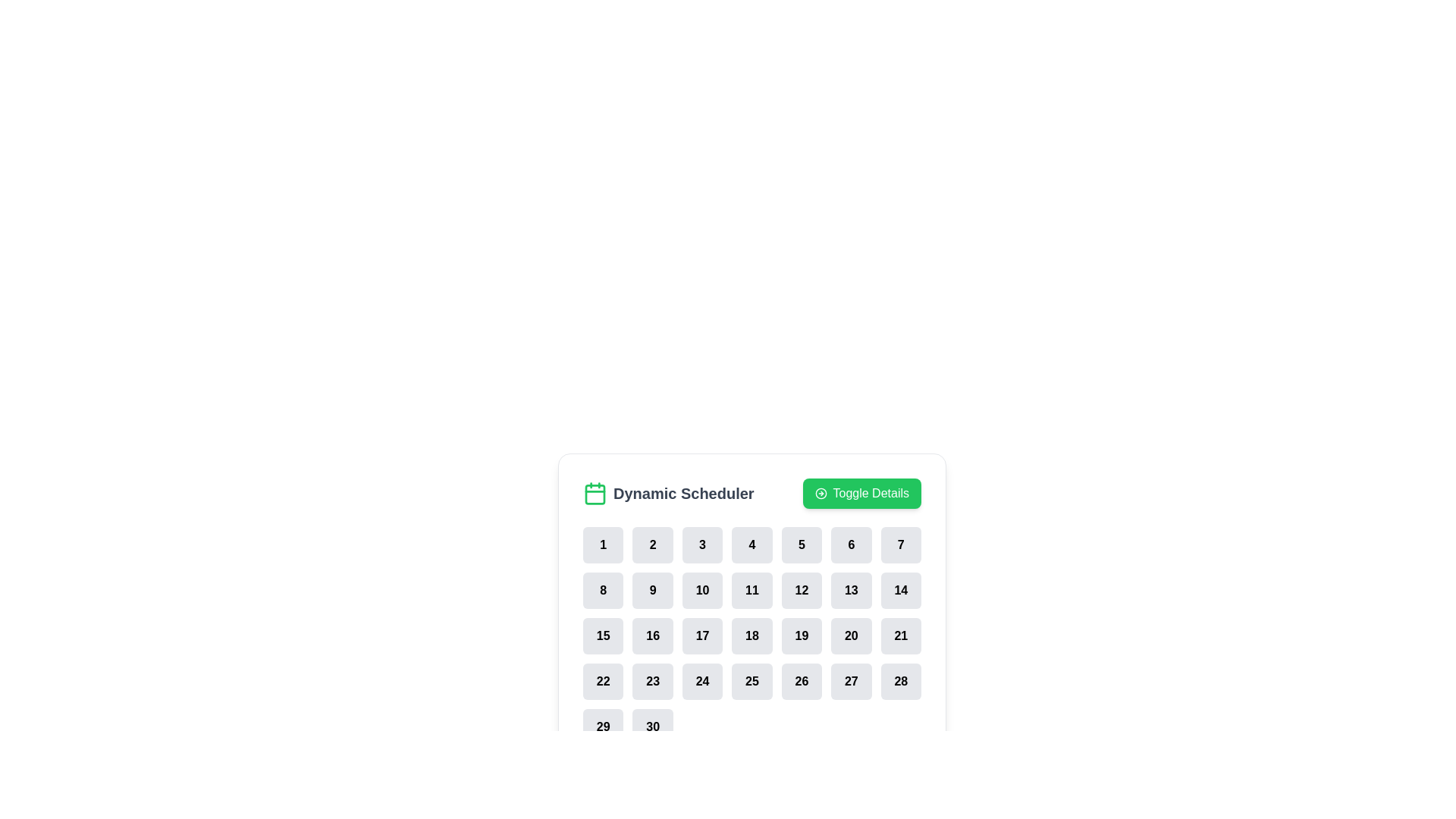  What do you see at coordinates (801, 636) in the screenshot?
I see `the button representing the 19th day in the calendar interface` at bounding box center [801, 636].